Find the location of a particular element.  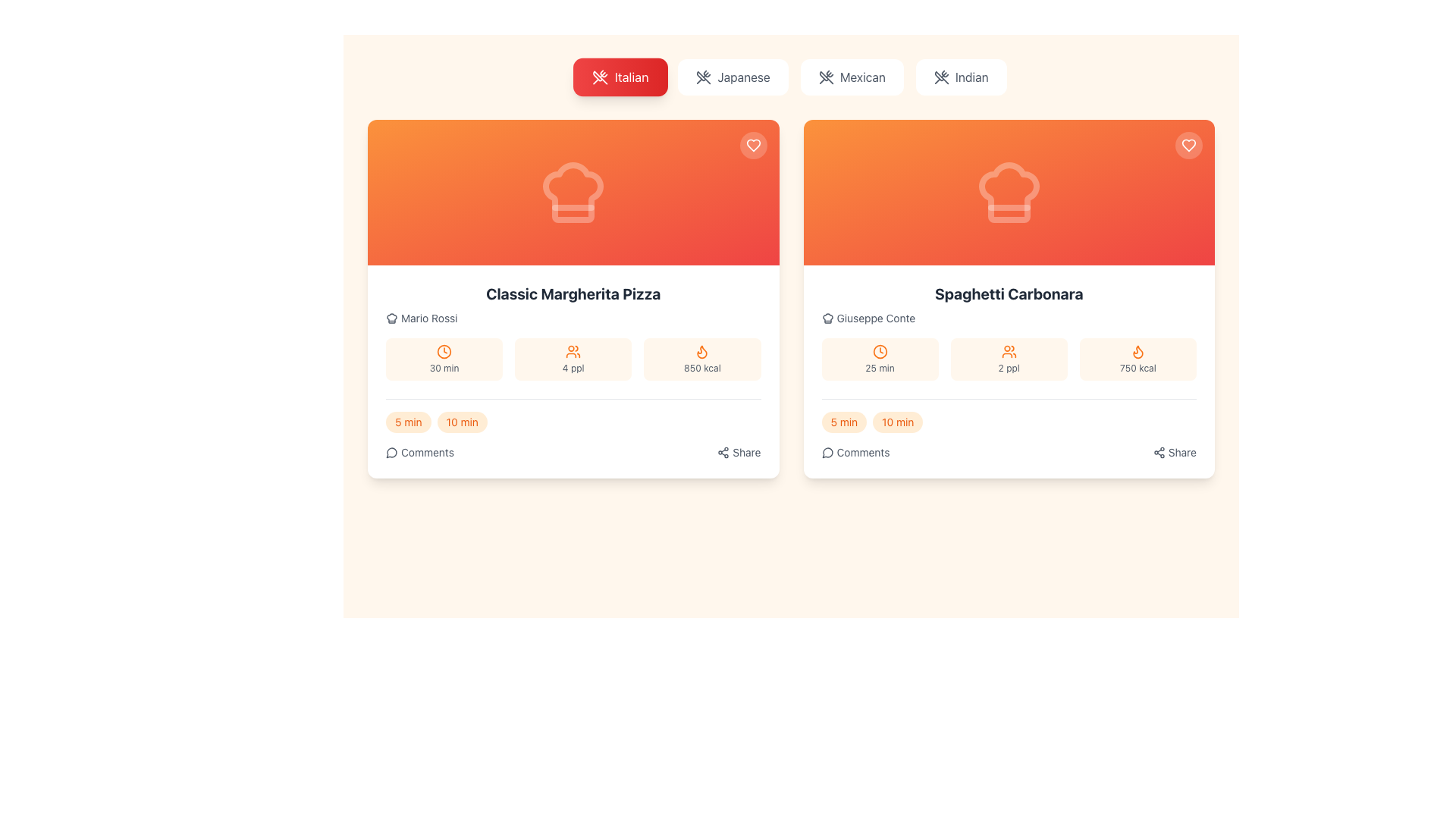

the first button in the row is located at coordinates (620, 77).